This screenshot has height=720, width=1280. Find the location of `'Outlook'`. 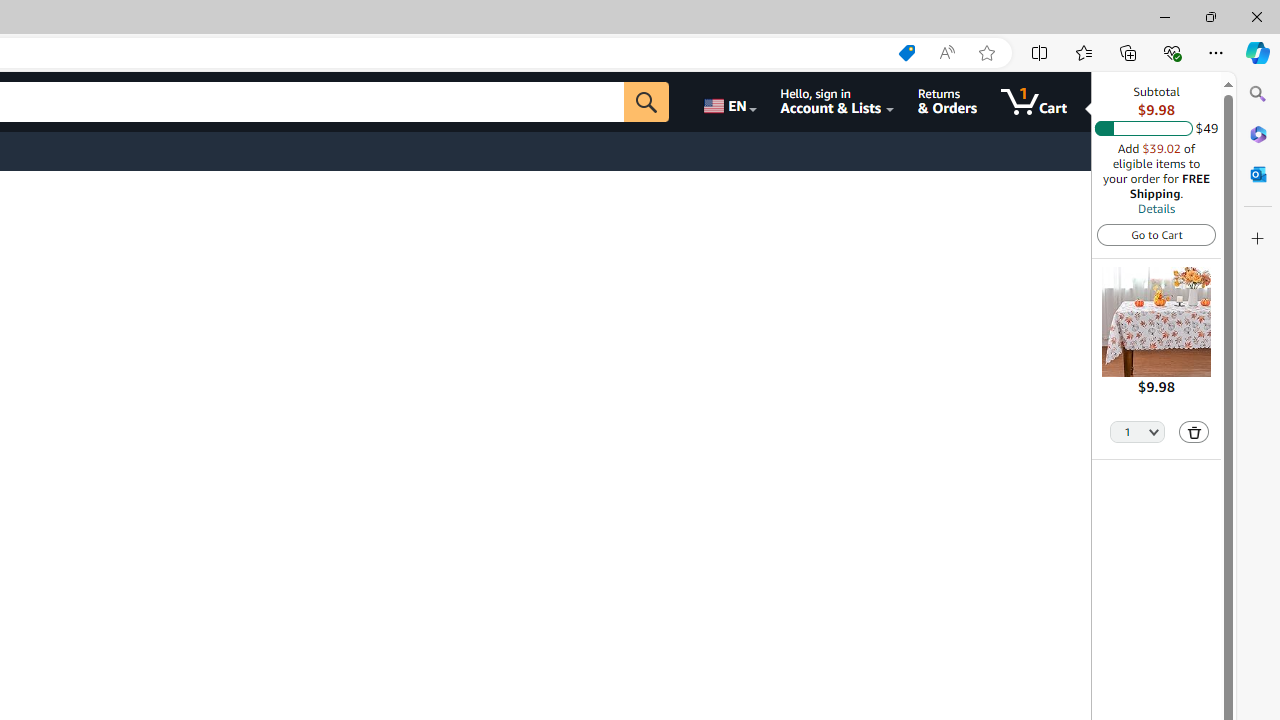

'Outlook' is located at coordinates (1257, 173).